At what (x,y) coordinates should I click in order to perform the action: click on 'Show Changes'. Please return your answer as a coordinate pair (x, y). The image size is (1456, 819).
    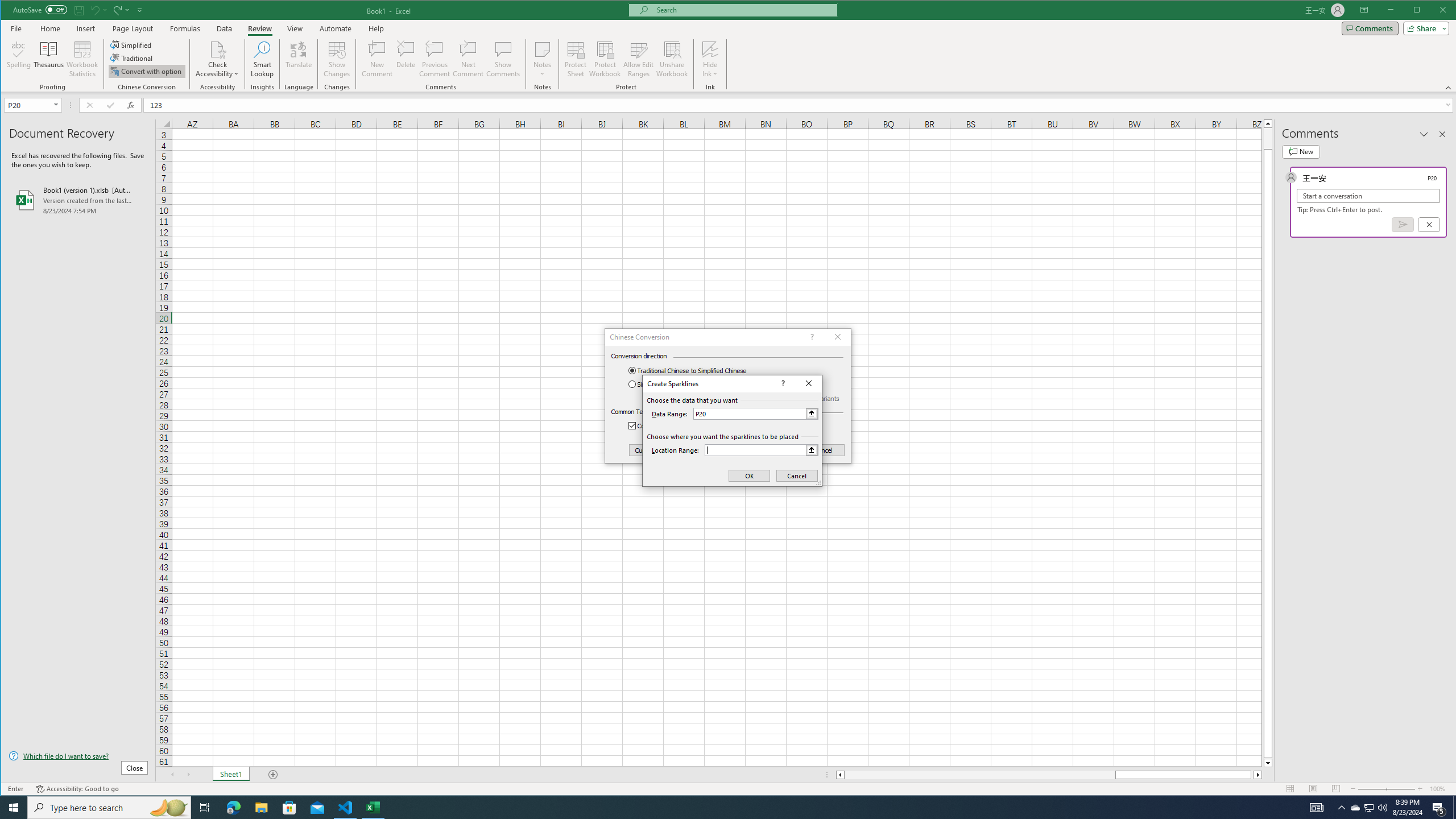
    Looking at the image, I should click on (336, 59).